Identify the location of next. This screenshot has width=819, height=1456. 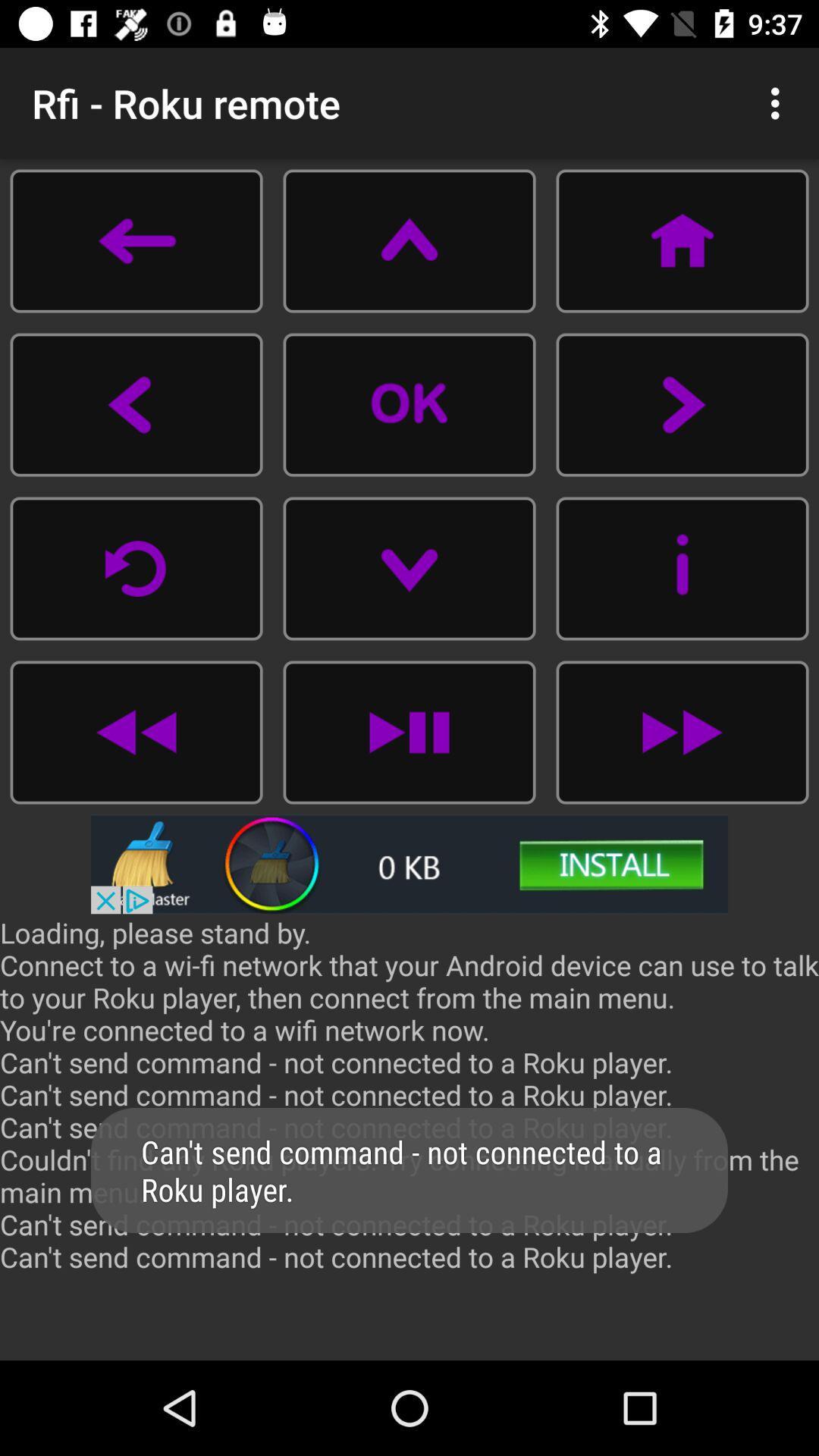
(681, 404).